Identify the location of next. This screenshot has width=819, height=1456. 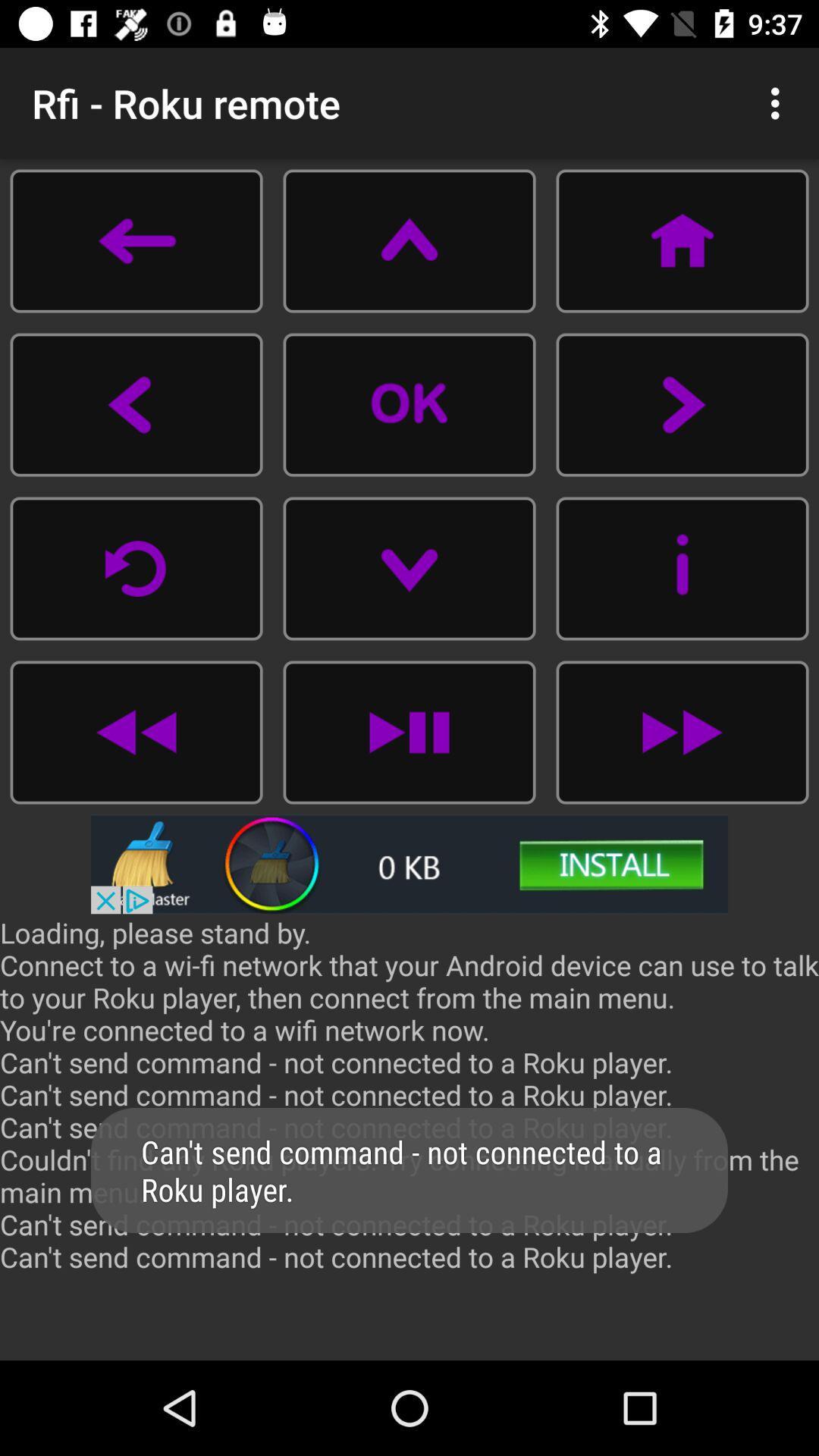
(681, 404).